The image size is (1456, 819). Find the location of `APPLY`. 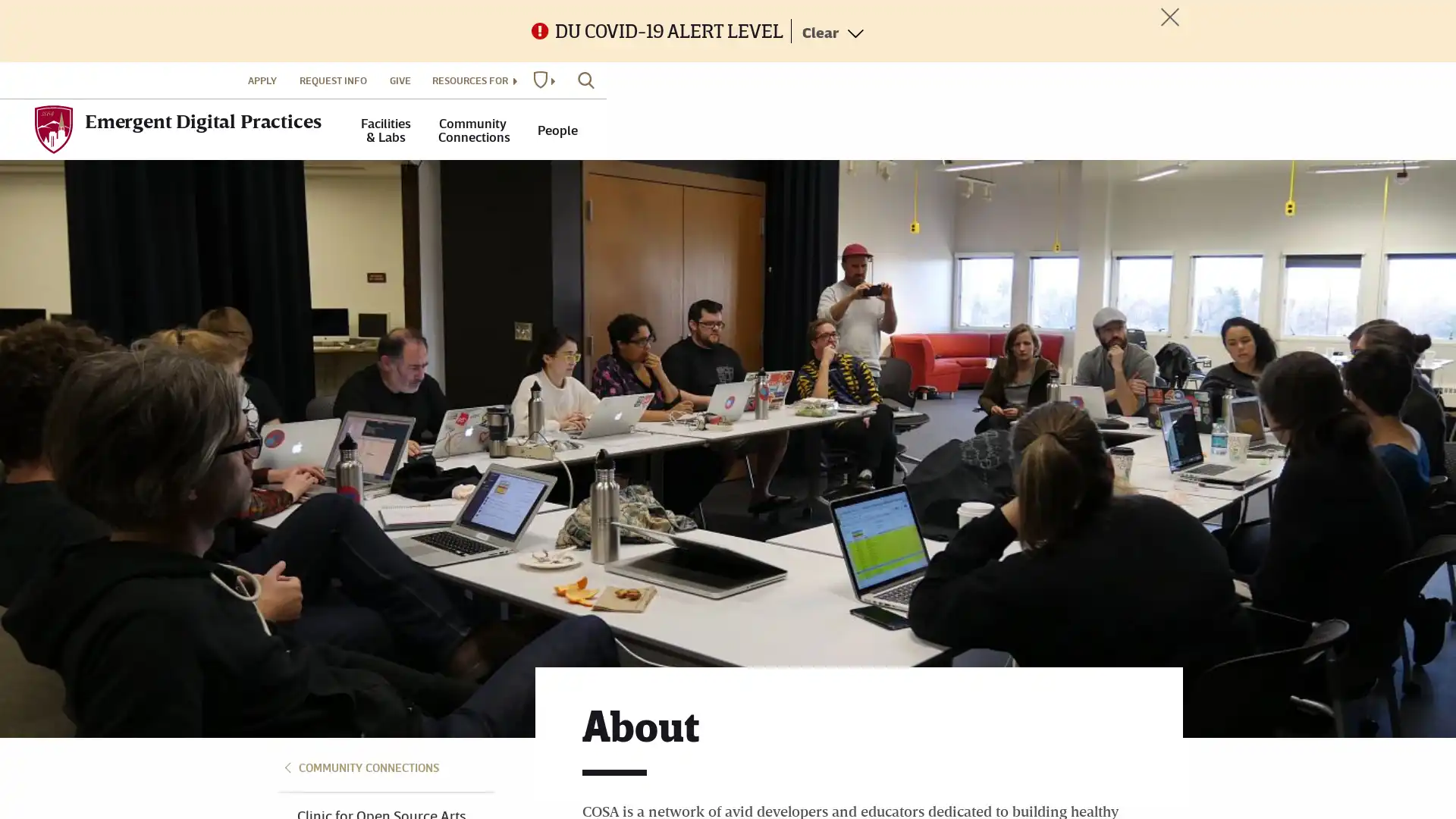

APPLY is located at coordinates (837, 80).